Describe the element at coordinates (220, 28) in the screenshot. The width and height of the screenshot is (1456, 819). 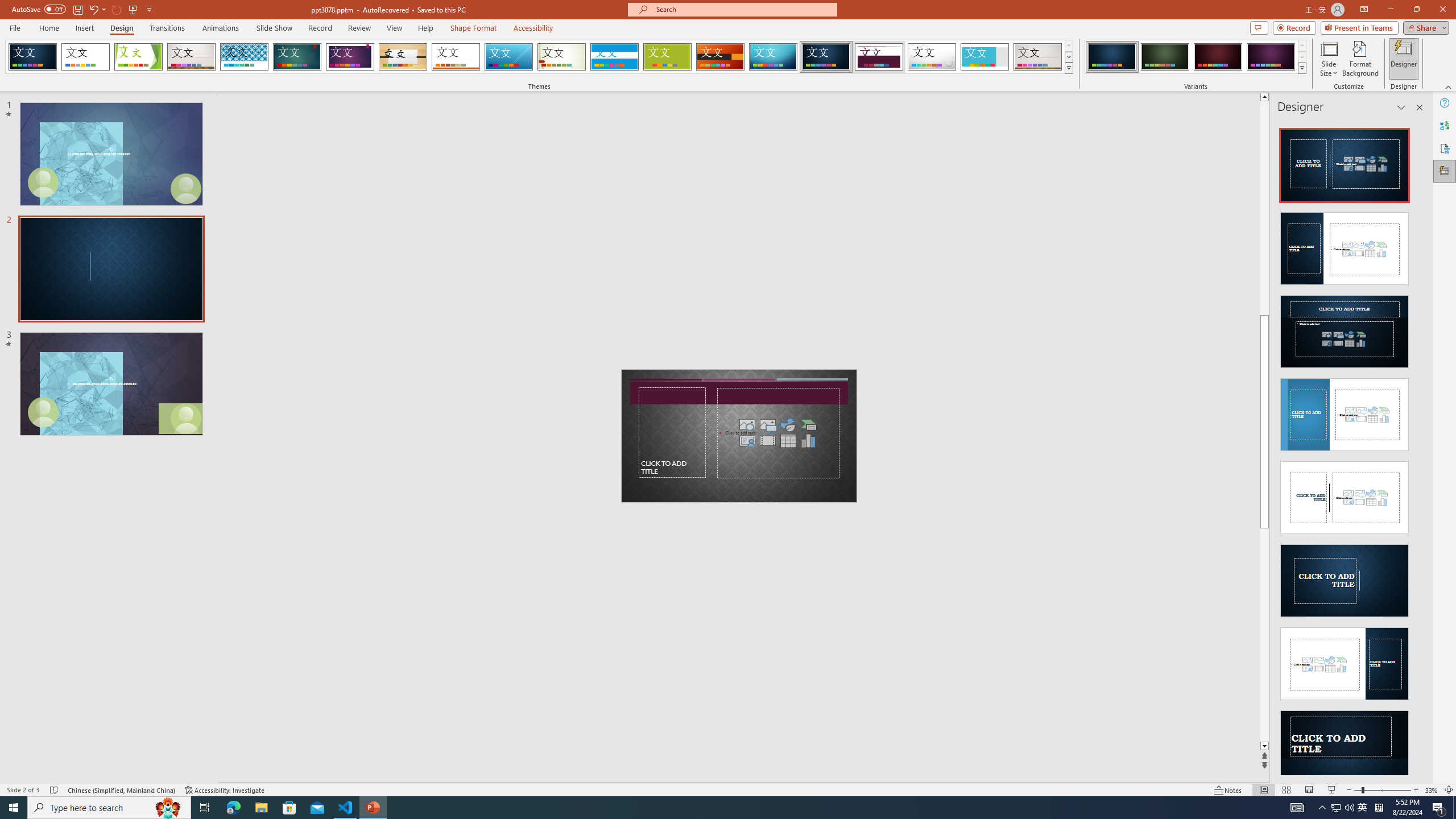
I see `'Animations'` at that location.